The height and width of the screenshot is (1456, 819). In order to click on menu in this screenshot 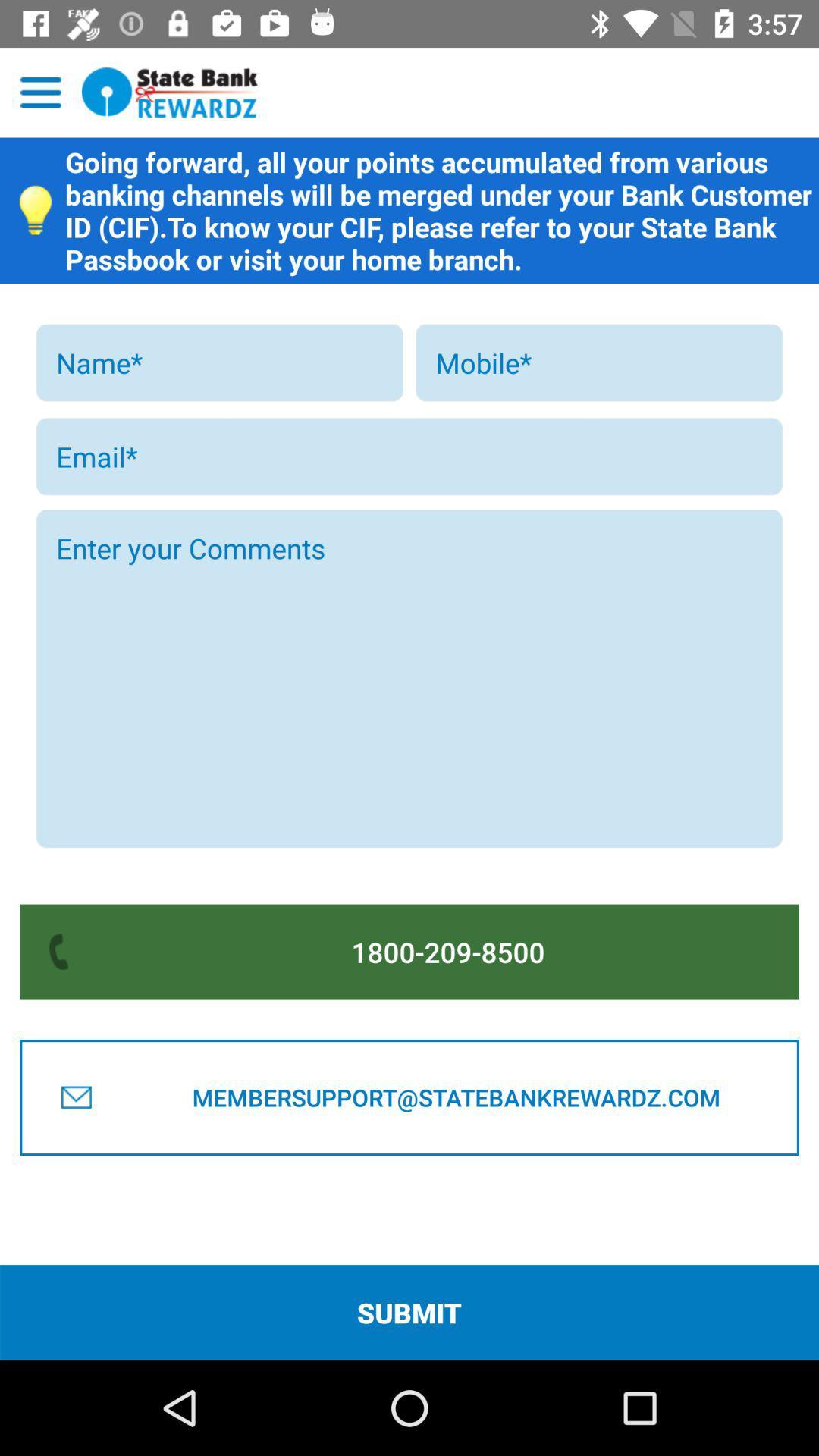, I will do `click(40, 92)`.